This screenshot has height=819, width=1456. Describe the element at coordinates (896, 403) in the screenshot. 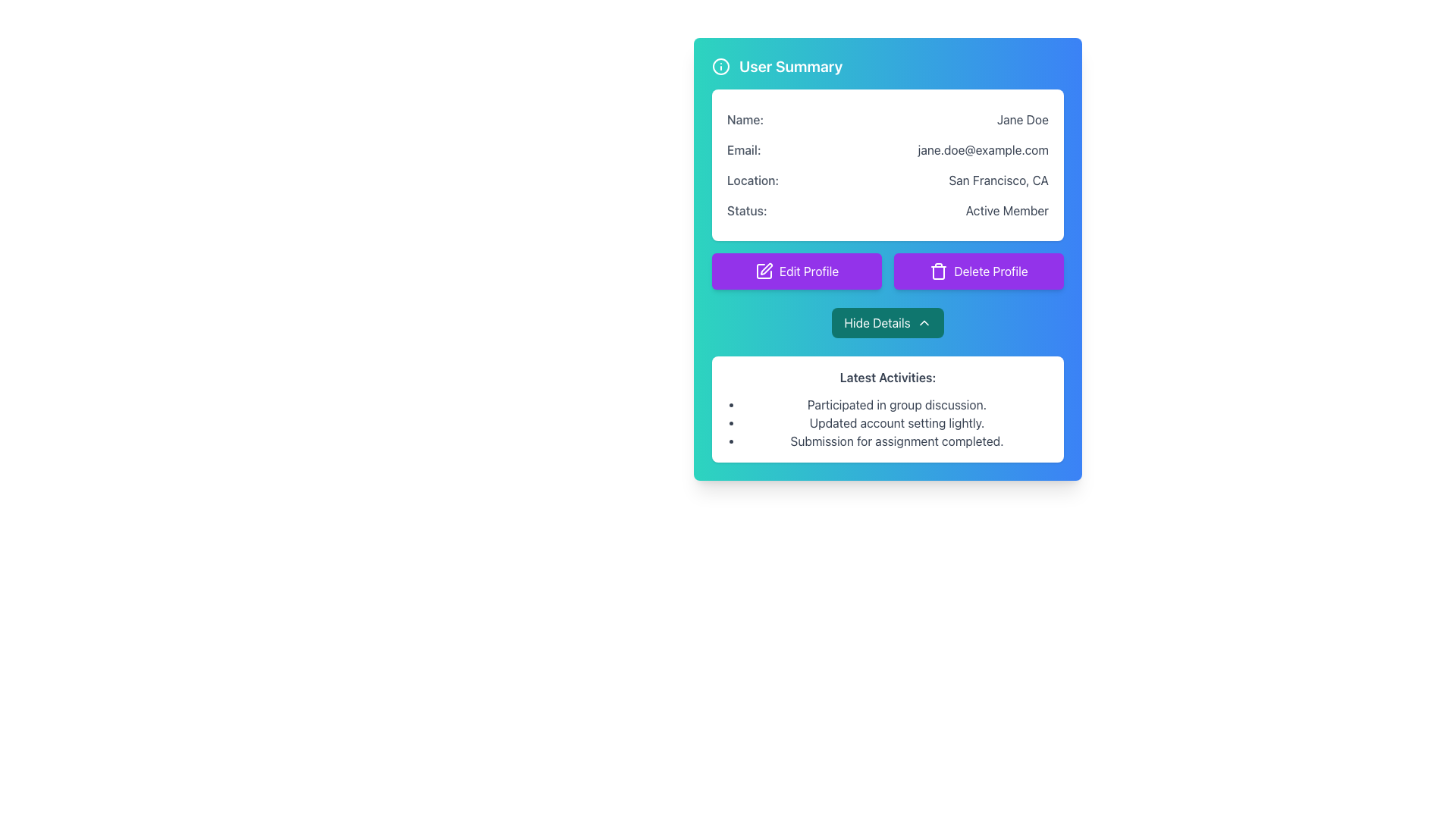

I see `the static text element reading 'Participated in group discussion.' which is the first item in the bullet point list under the 'Latest Activities:' section of a user profile card` at that location.